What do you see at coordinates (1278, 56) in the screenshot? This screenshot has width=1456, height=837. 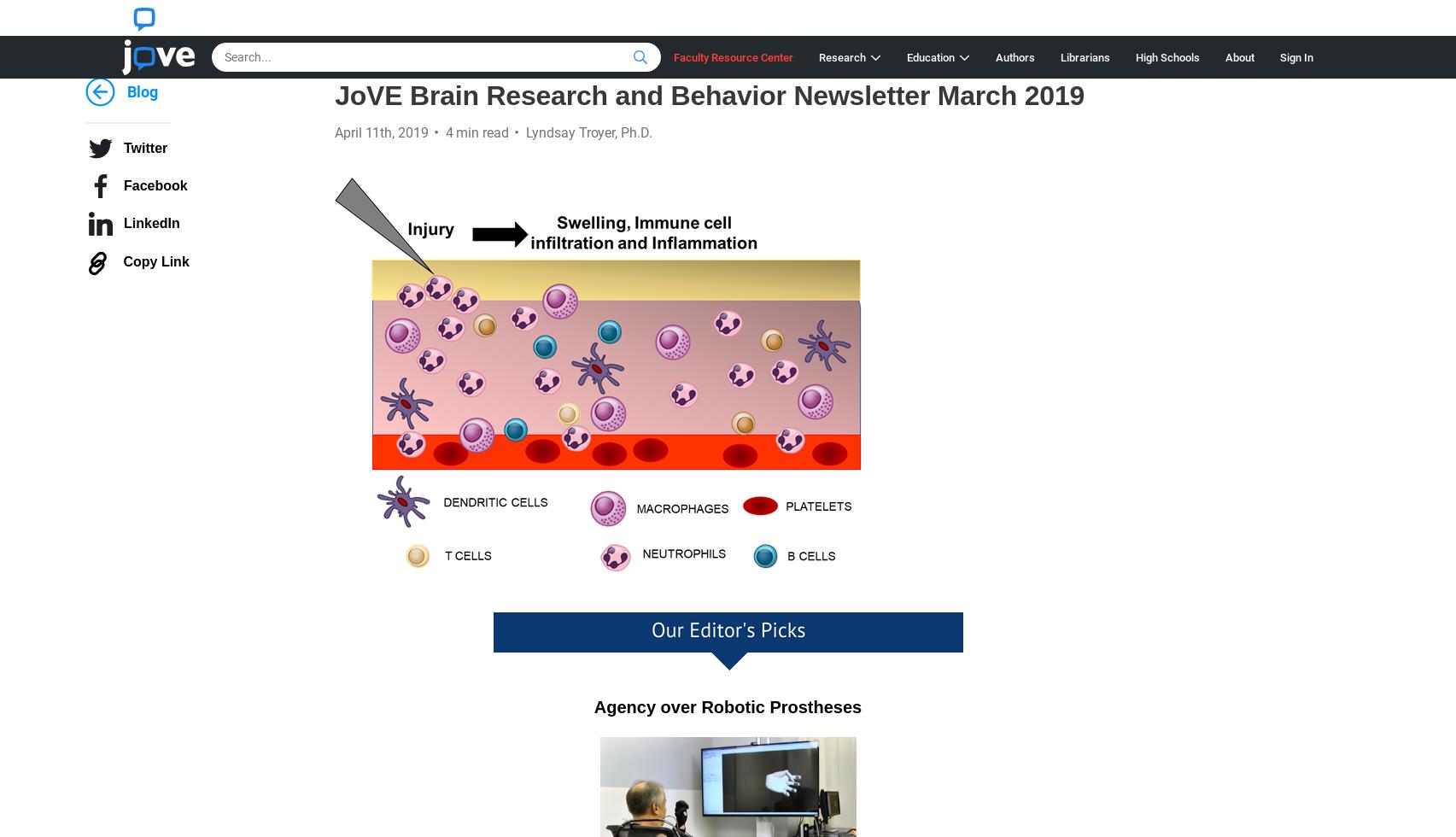 I see `'Sign In'` at bounding box center [1278, 56].